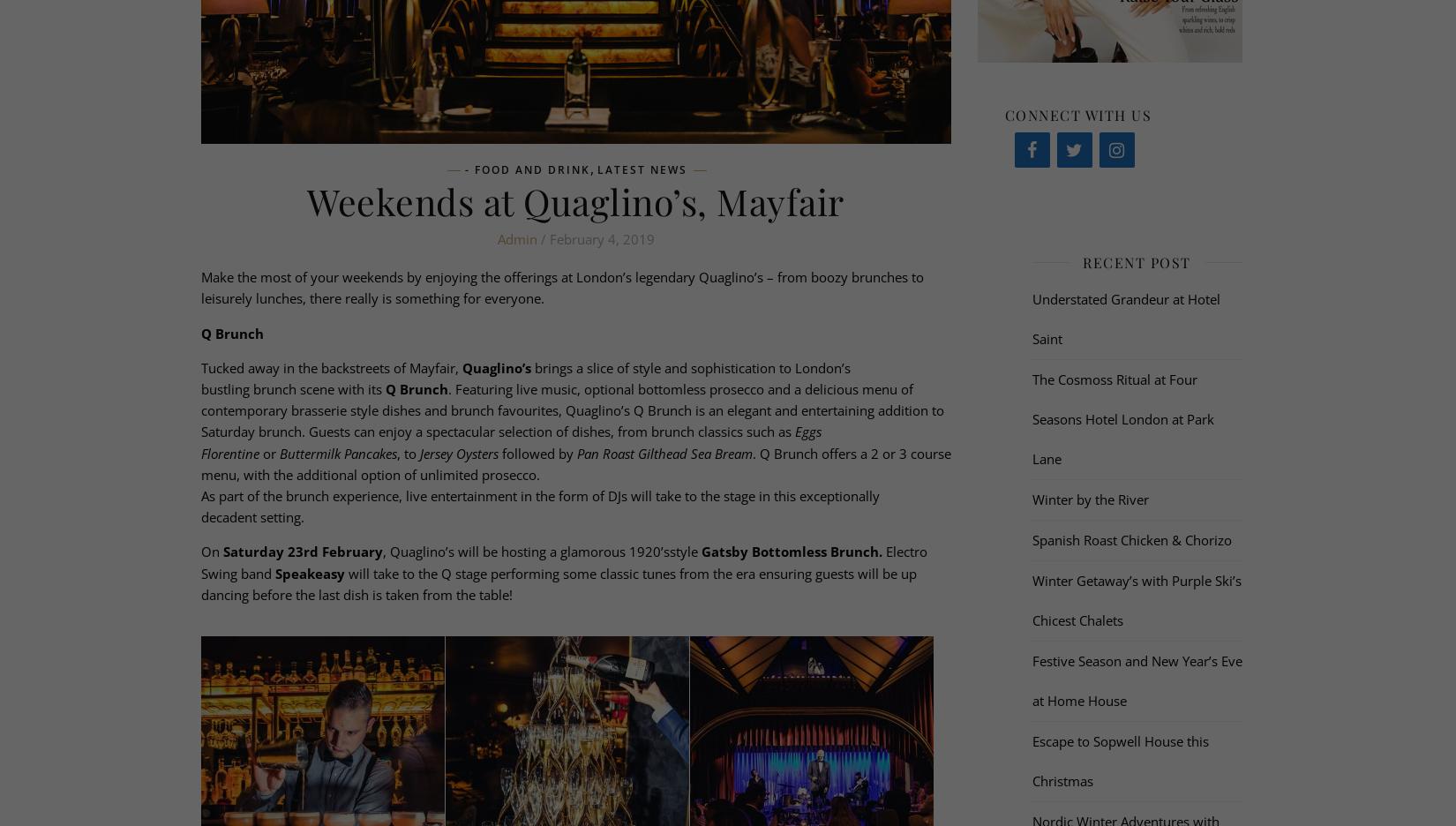 This screenshot has height=826, width=1456. What do you see at coordinates (1135, 599) in the screenshot?
I see `'Winter Getaway’s with Purple Ski’s Chicest Chalets'` at bounding box center [1135, 599].